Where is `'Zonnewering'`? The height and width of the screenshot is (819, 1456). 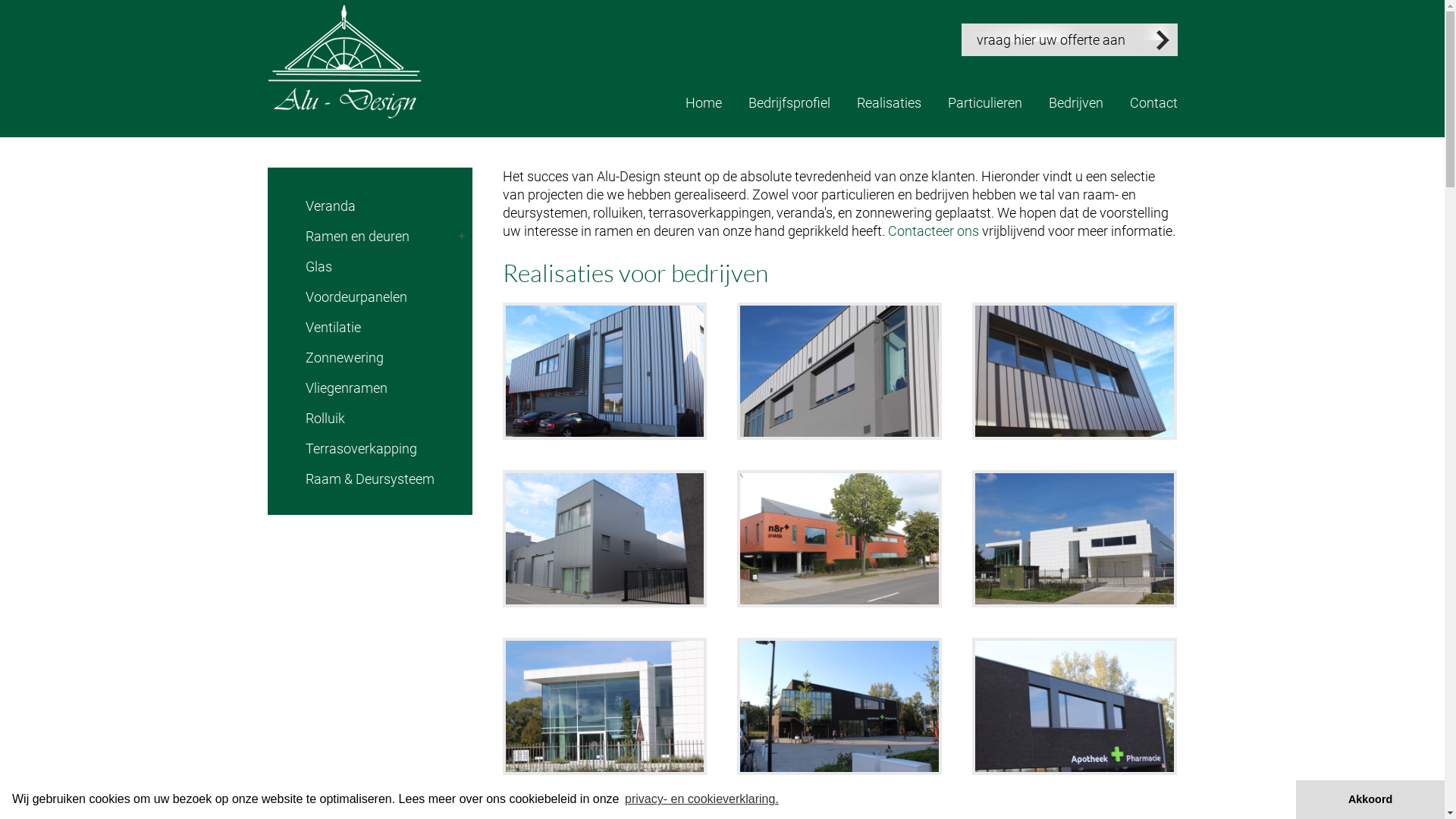 'Zonnewering' is located at coordinates (369, 356).